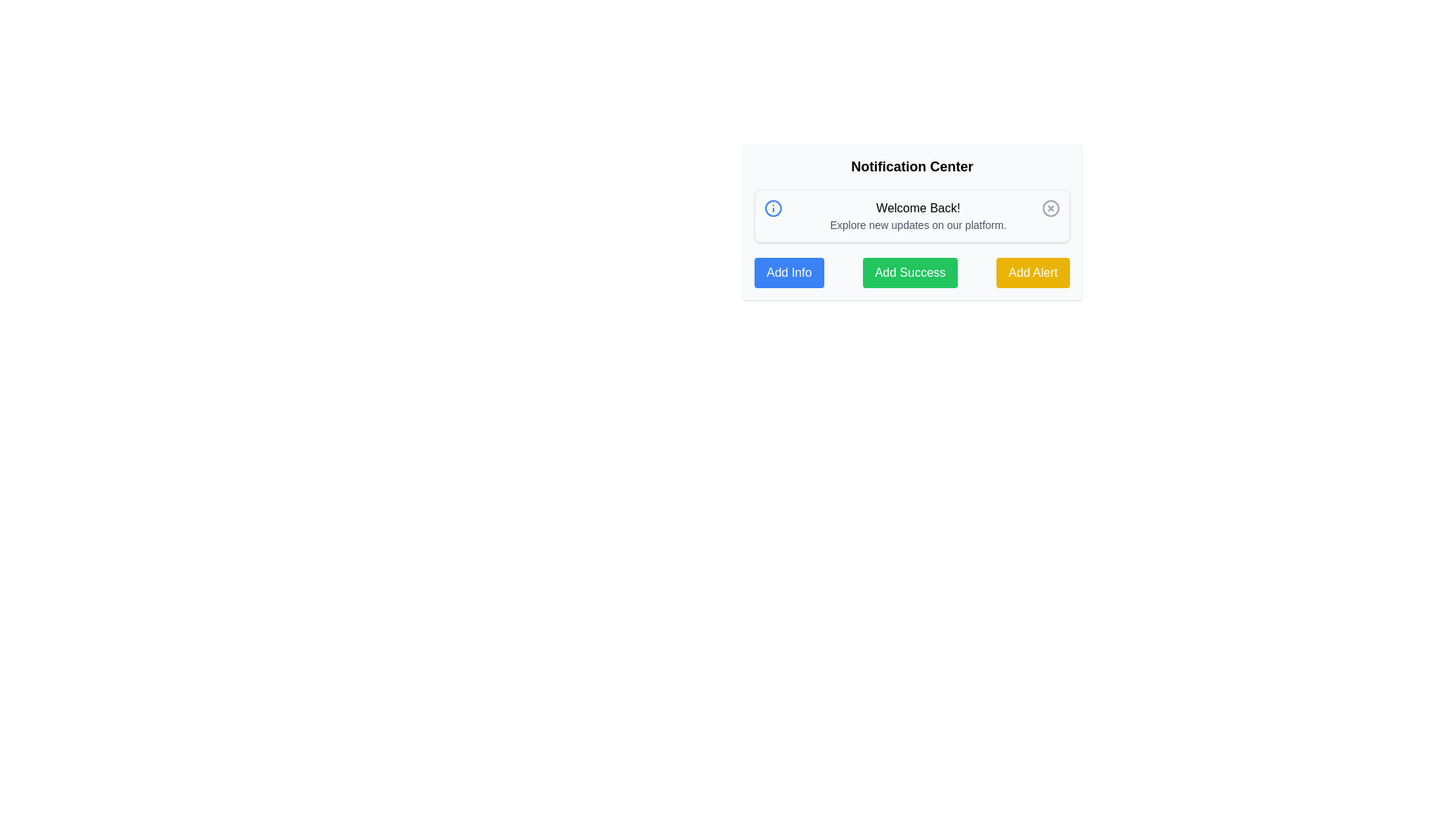 This screenshot has height=819, width=1456. Describe the element at coordinates (789, 271) in the screenshot. I see `the 'Add Info' button, which is a rectangular button with white text on a blue background` at that location.